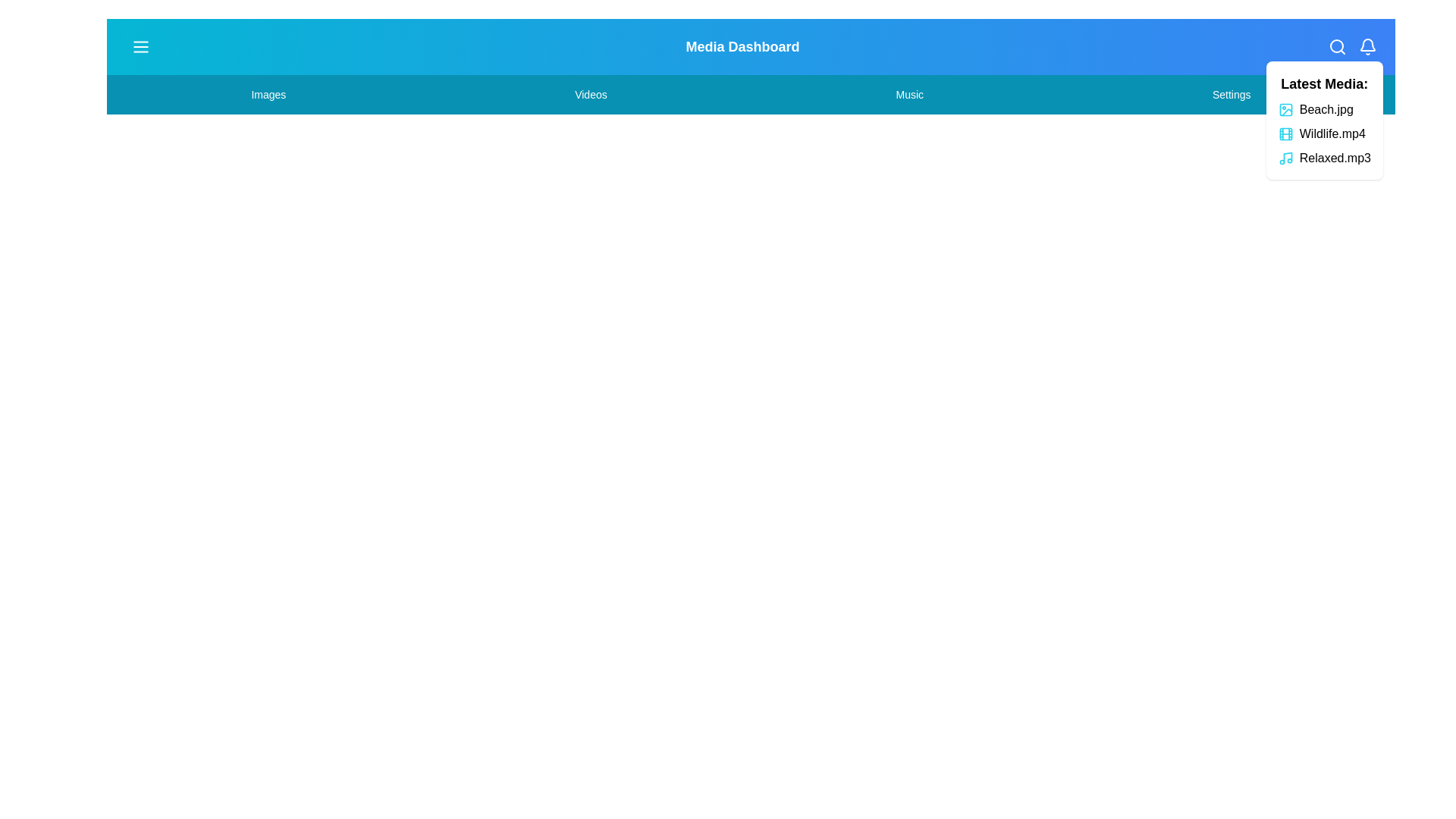 This screenshot has width=1456, height=819. I want to click on the specified icon: search, so click(1337, 45).